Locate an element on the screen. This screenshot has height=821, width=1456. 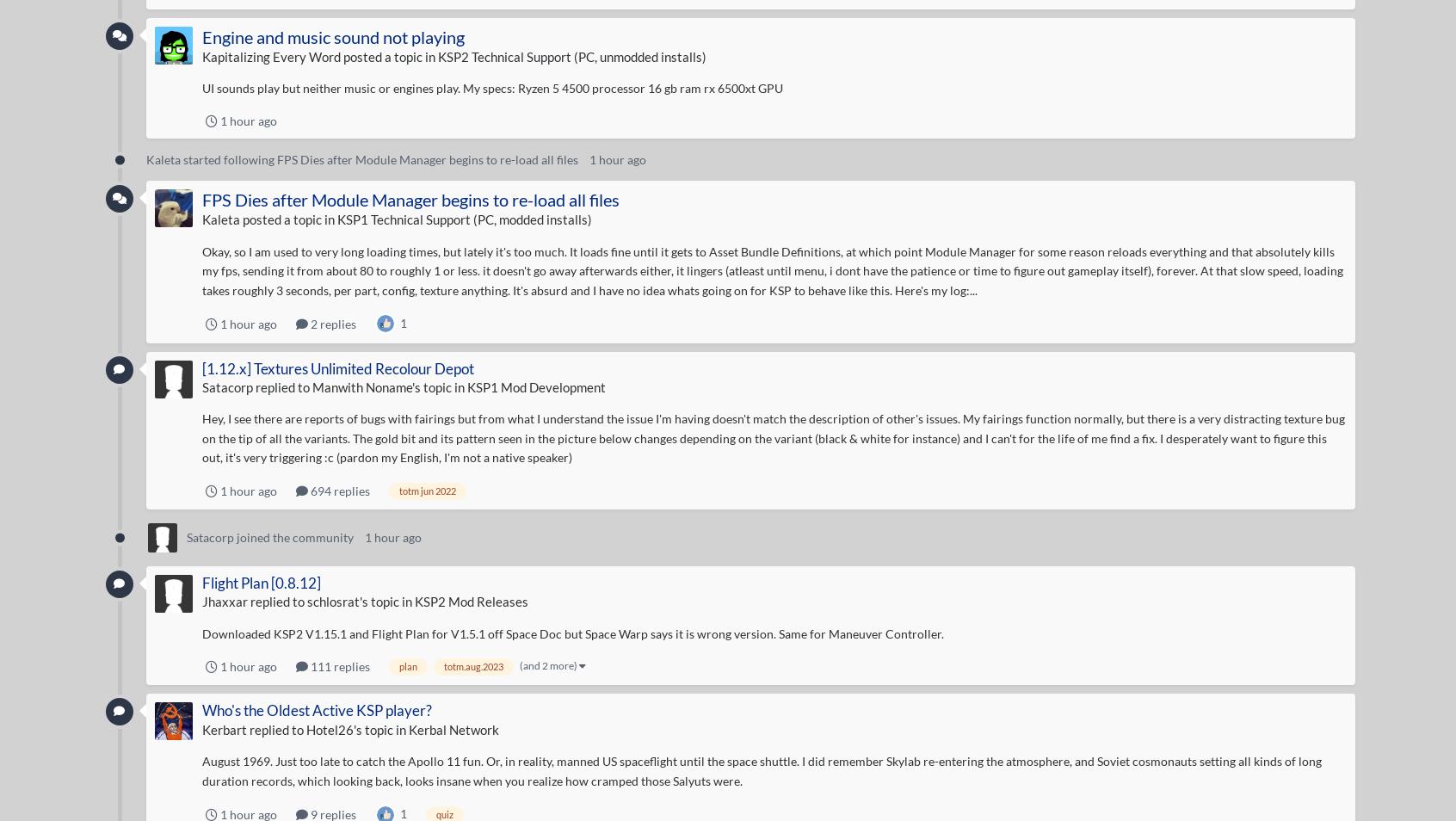
'[1.12.x] Textures Unlimited Recolour Depot' is located at coordinates (337, 367).